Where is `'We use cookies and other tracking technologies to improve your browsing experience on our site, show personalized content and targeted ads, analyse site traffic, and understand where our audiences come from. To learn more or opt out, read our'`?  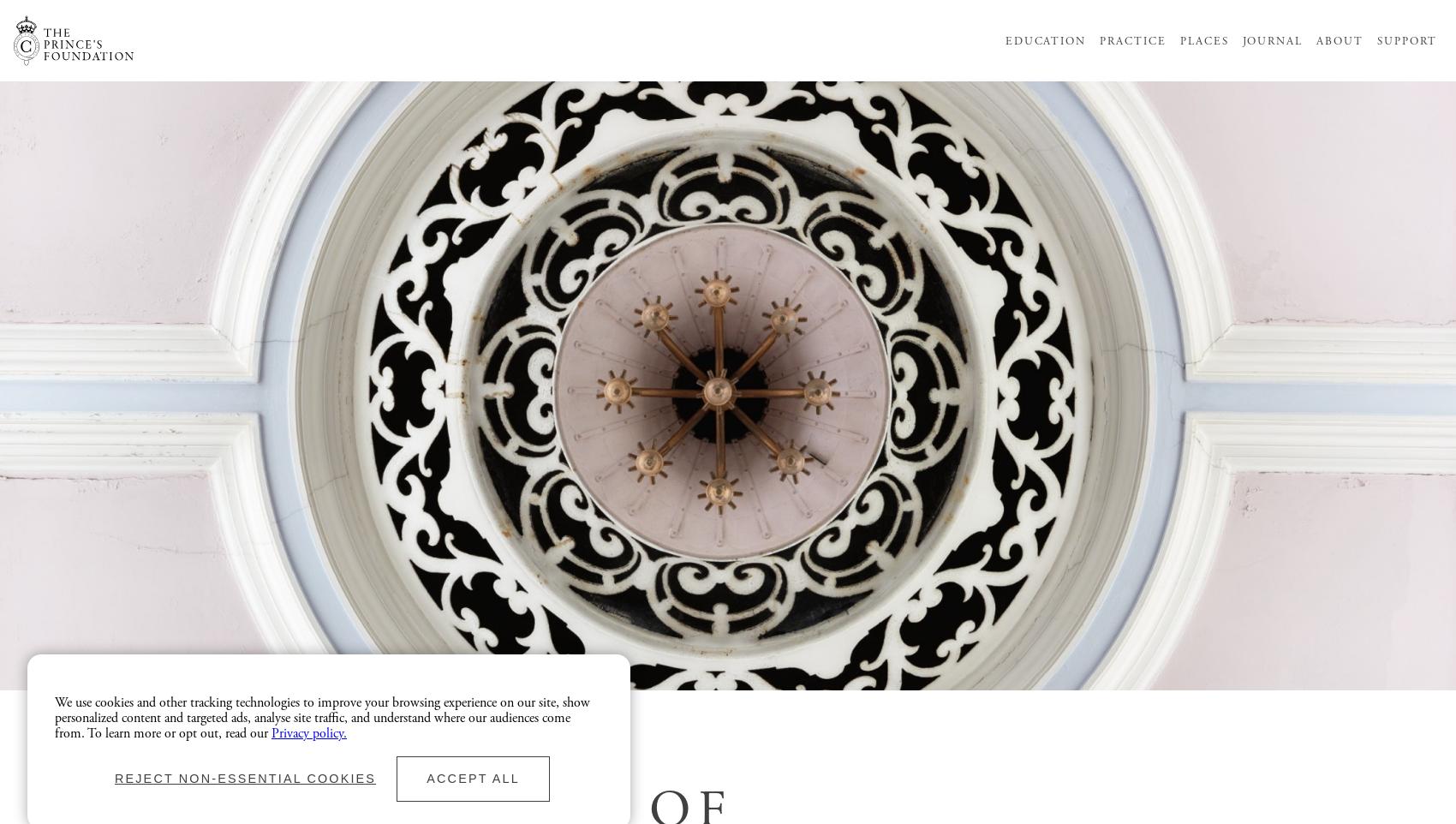
'We use cookies and other tracking technologies to improve your browsing experience on our site, show personalized content and targeted ads, analyse site traffic, and understand where our audiences come from. To learn more or opt out, read our' is located at coordinates (321, 717).